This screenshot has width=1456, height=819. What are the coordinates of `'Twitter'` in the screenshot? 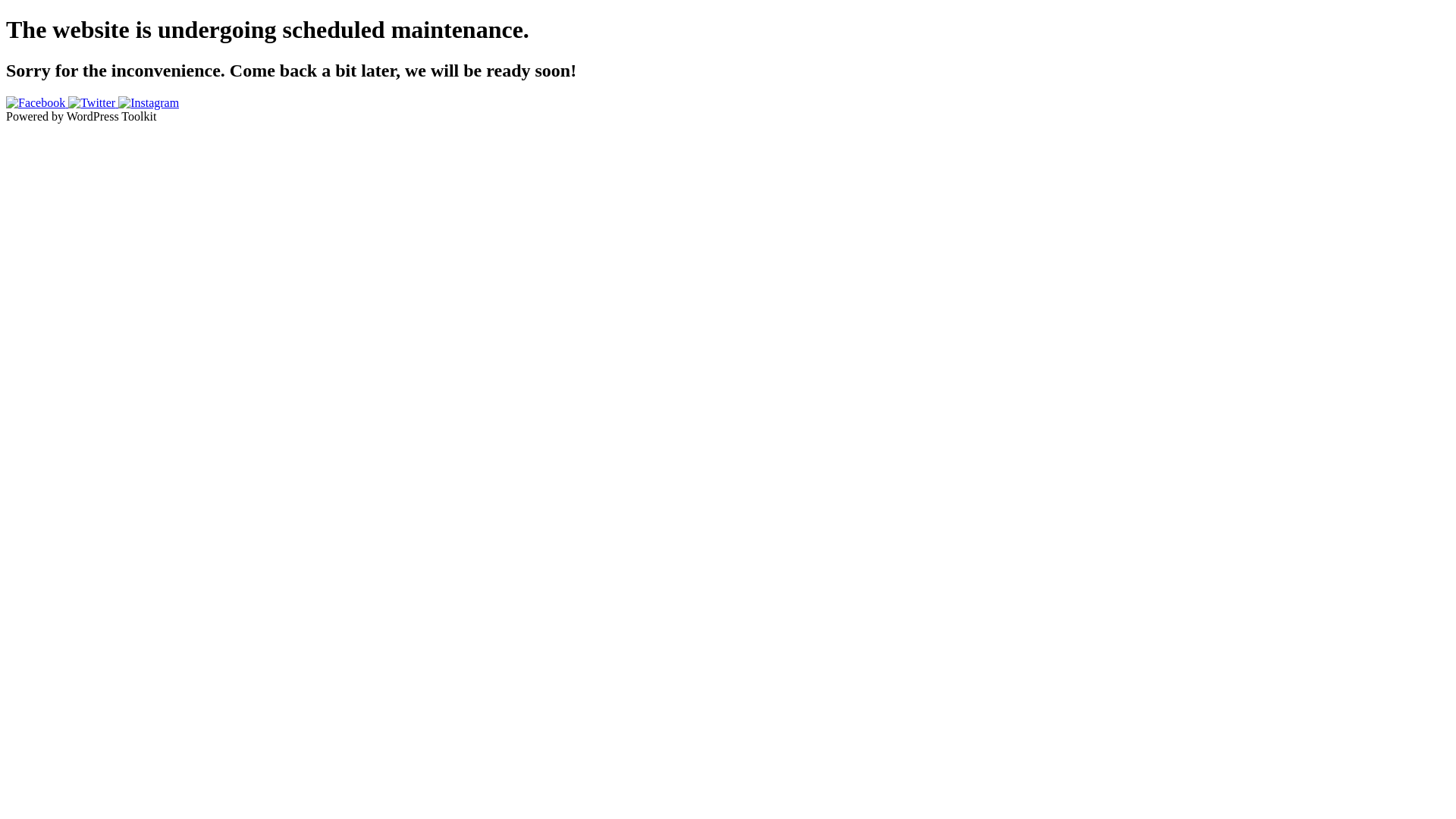 It's located at (93, 102).